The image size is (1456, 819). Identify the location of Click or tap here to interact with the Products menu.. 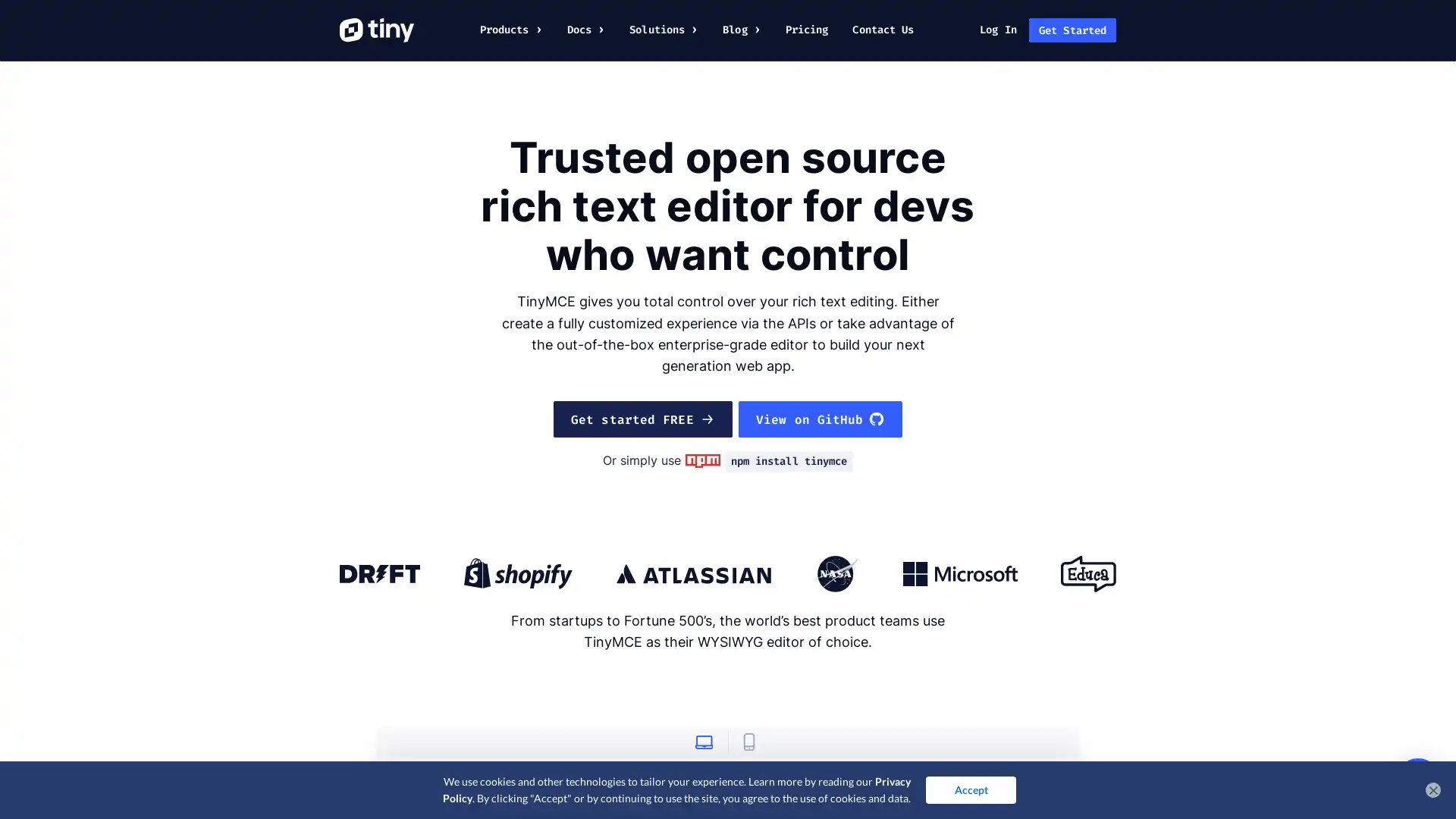
(510, 30).